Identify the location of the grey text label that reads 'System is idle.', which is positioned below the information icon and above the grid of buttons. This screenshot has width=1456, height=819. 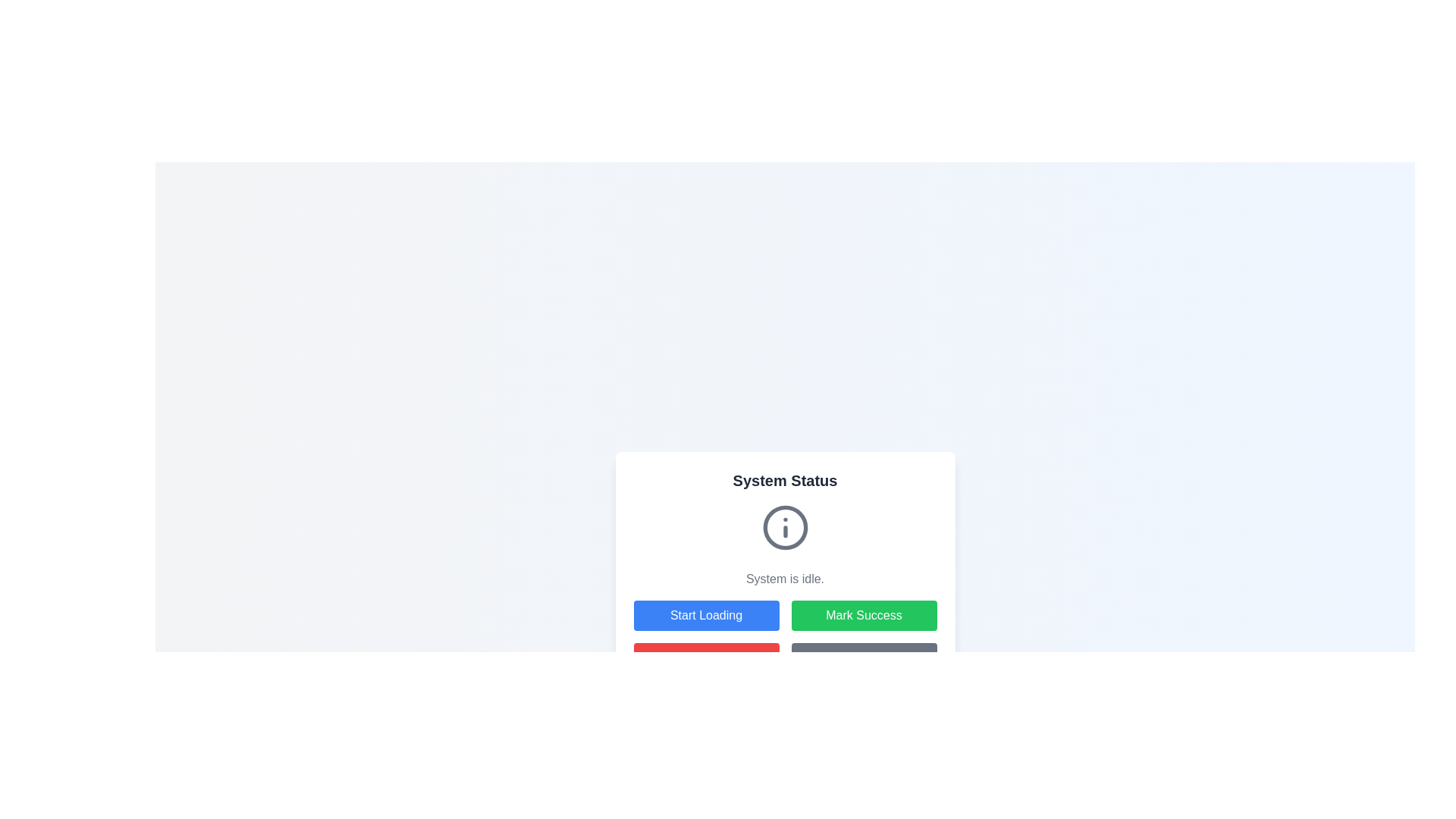
(785, 571).